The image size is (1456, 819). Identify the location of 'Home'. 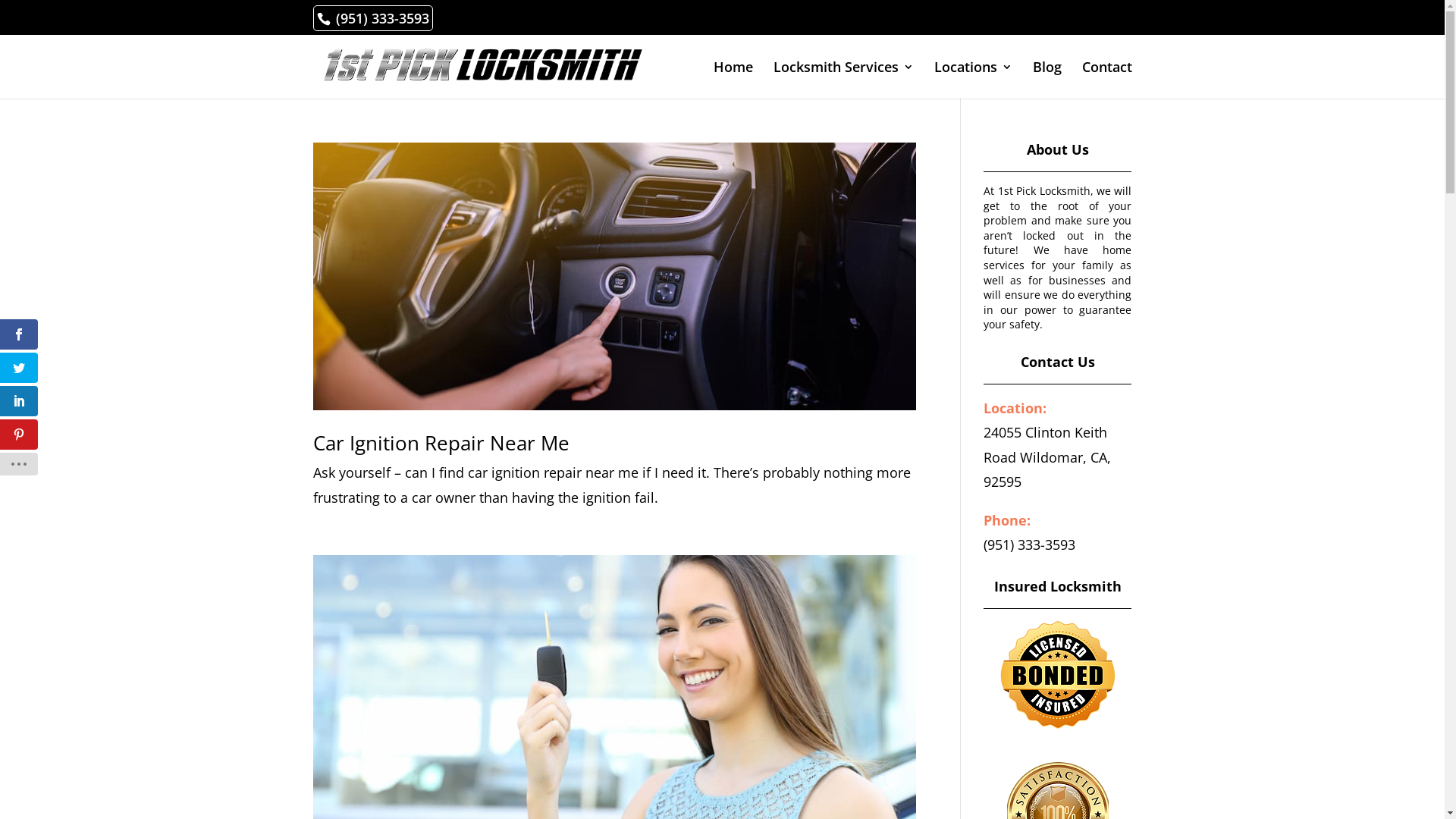
(712, 80).